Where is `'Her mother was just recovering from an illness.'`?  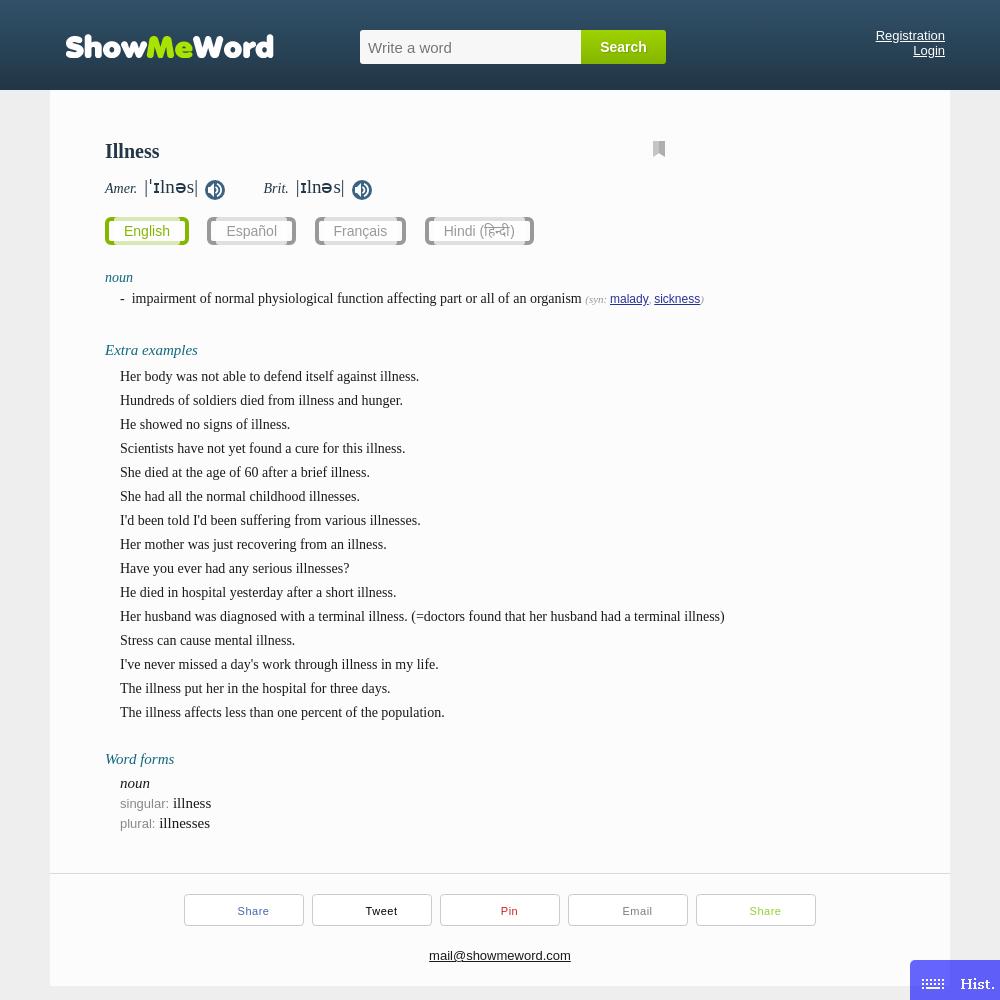 'Her mother was just recovering from an illness.' is located at coordinates (253, 544).